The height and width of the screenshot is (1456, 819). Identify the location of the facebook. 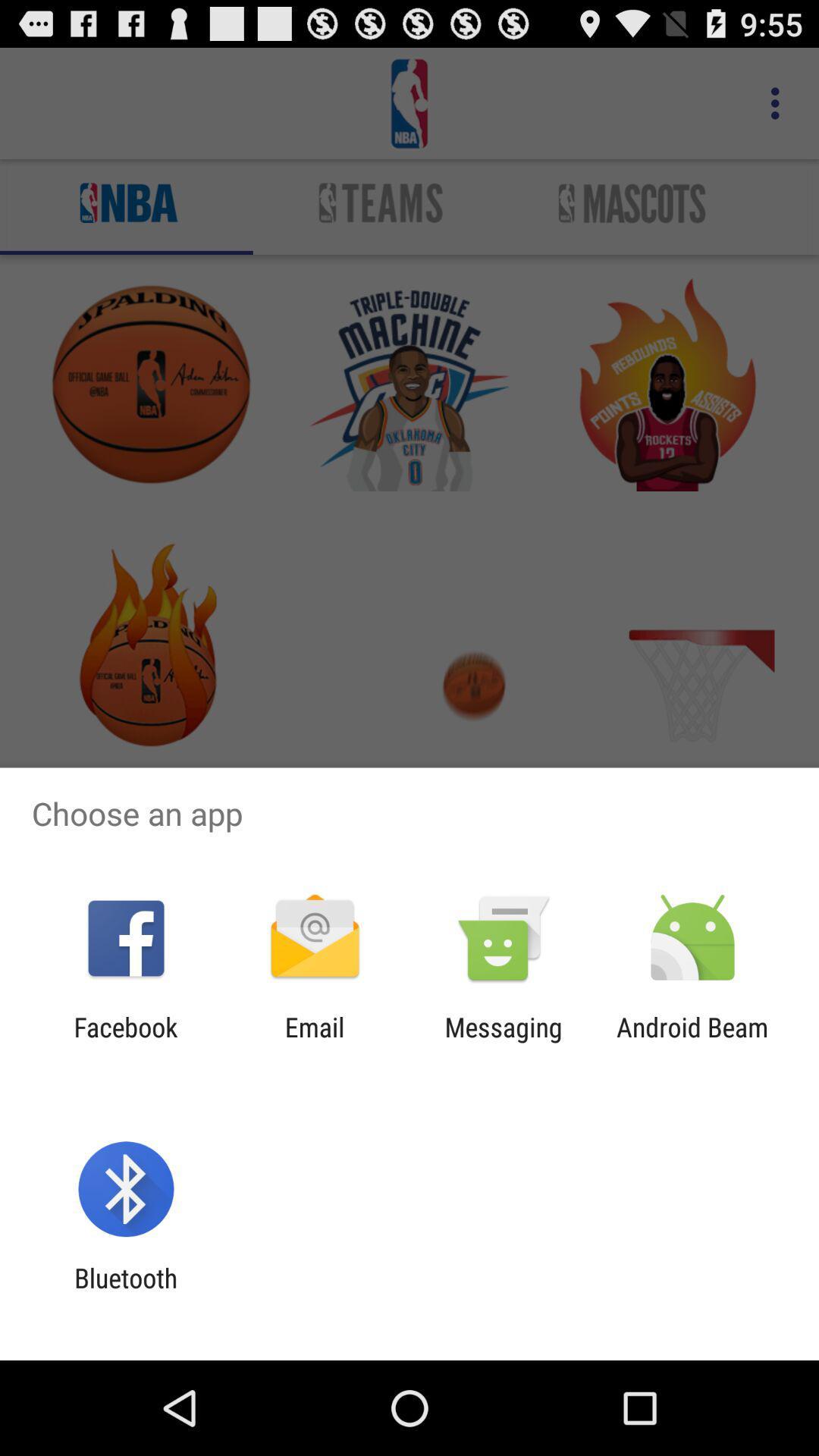
(125, 1042).